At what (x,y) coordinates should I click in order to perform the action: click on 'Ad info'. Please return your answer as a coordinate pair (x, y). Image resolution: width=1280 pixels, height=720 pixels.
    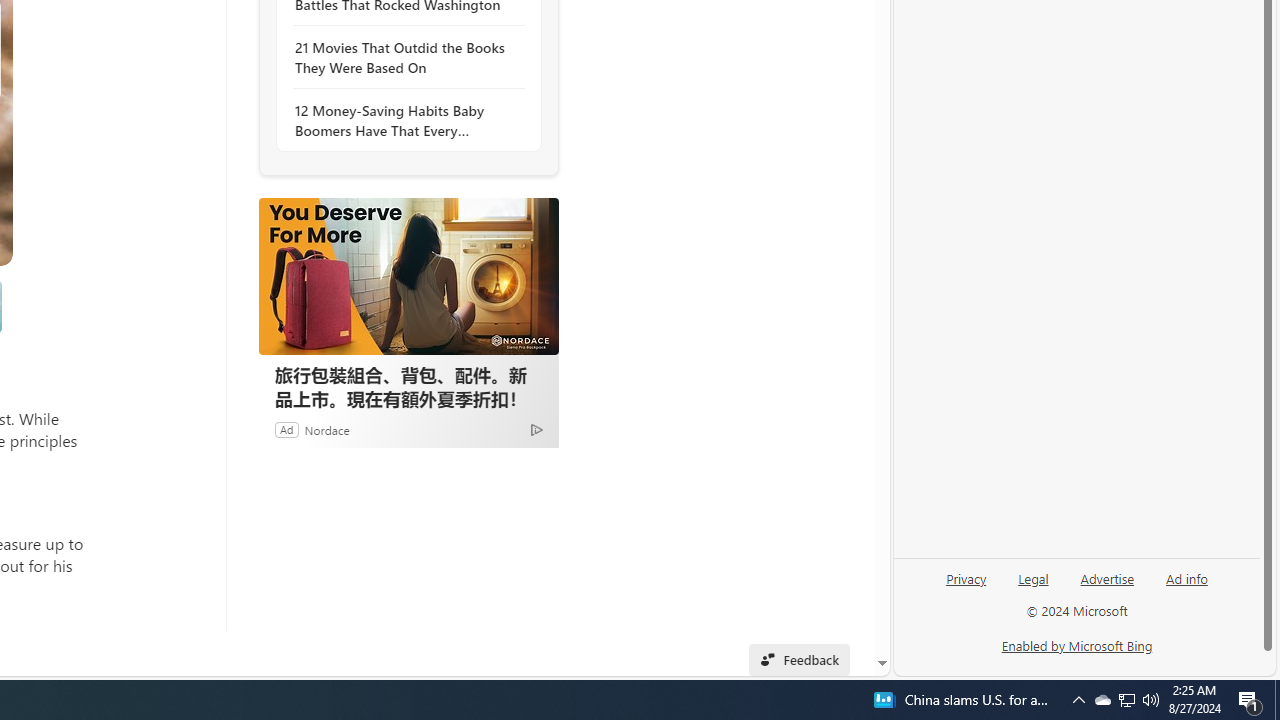
    Looking at the image, I should click on (1187, 577).